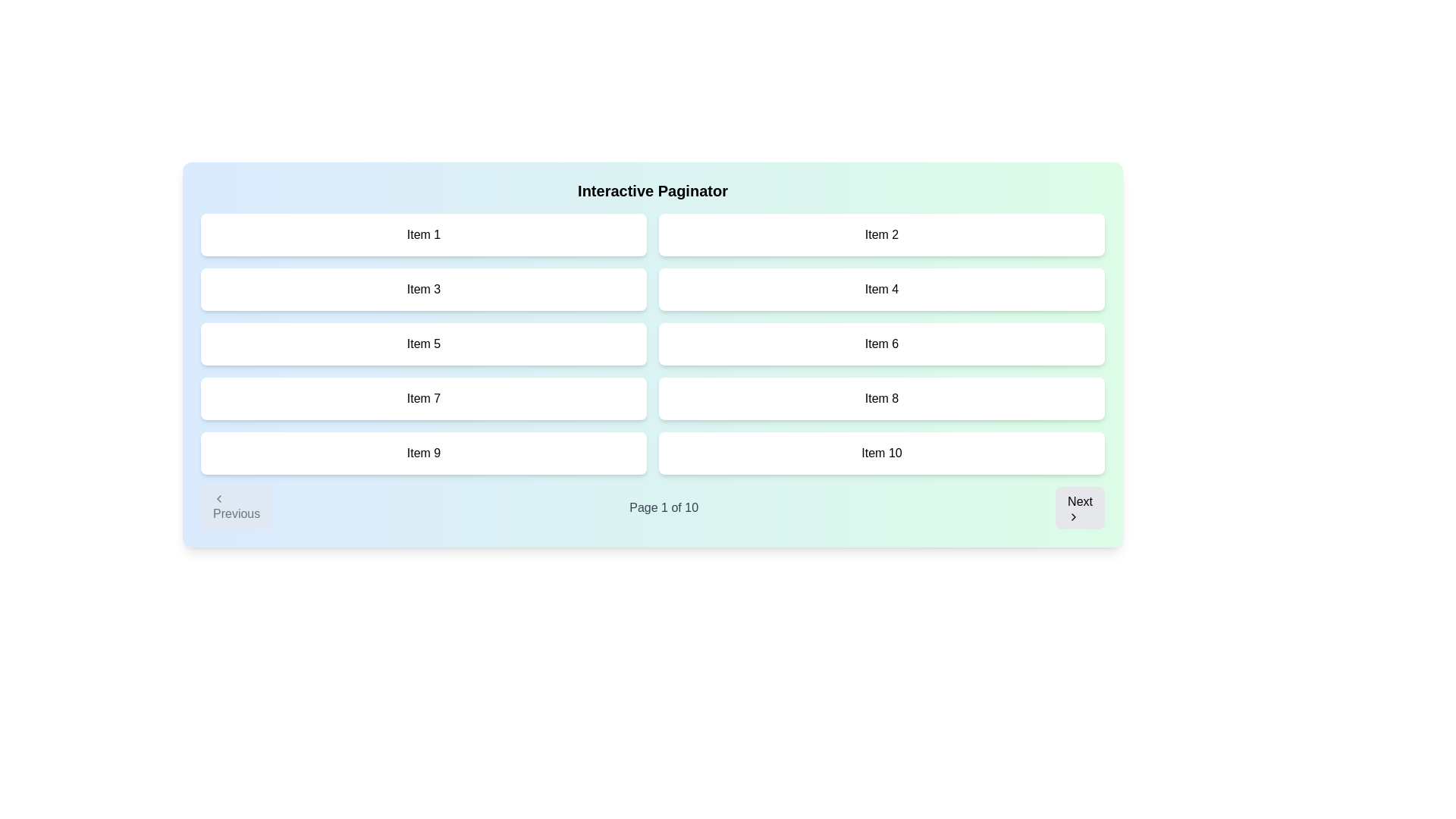  What do you see at coordinates (881, 397) in the screenshot?
I see `the text label identifying 'Item 8' in the second row, fifth column of the paginator grid` at bounding box center [881, 397].